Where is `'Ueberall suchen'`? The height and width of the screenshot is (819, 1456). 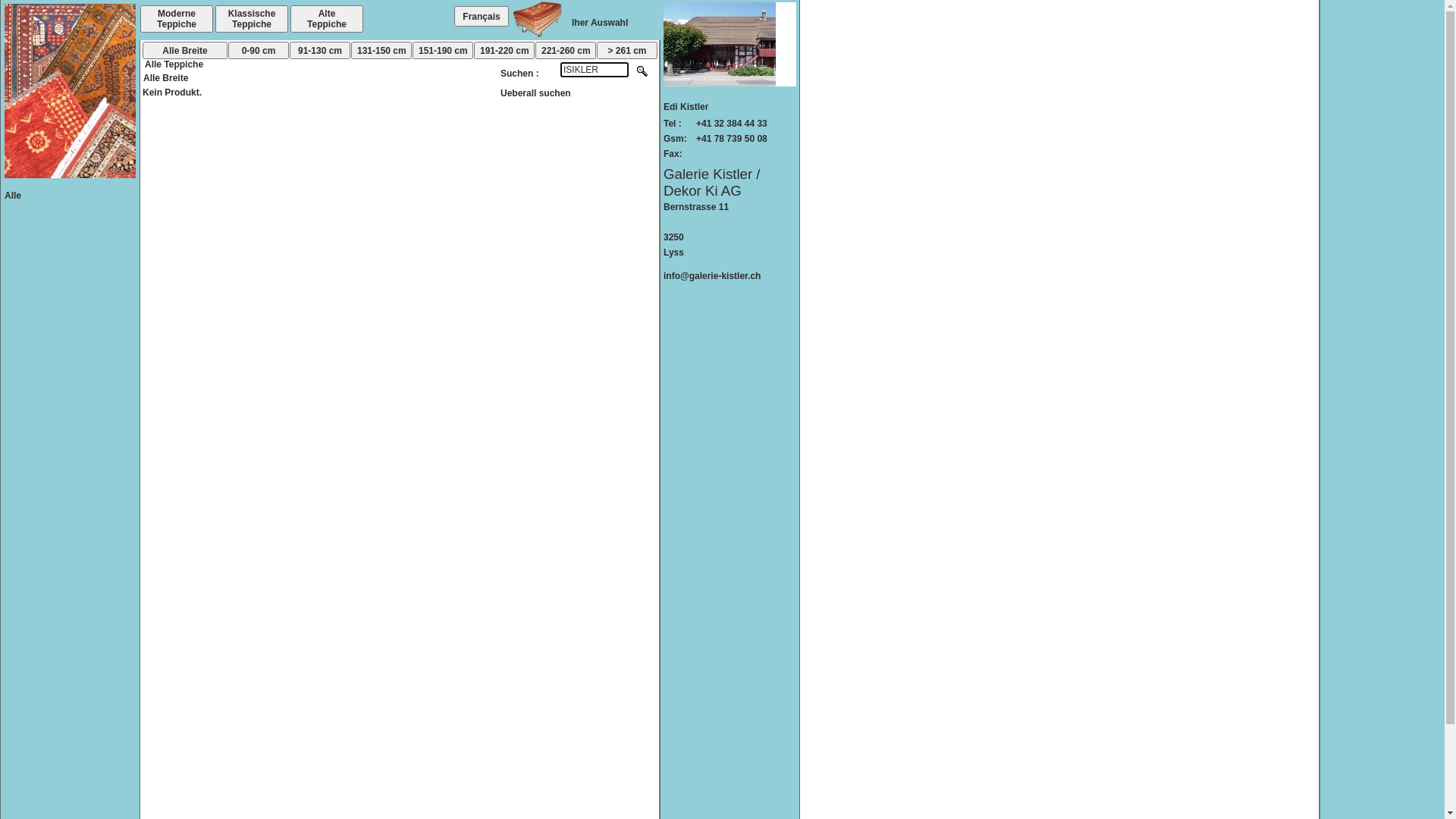
'Ueberall suchen' is located at coordinates (500, 93).